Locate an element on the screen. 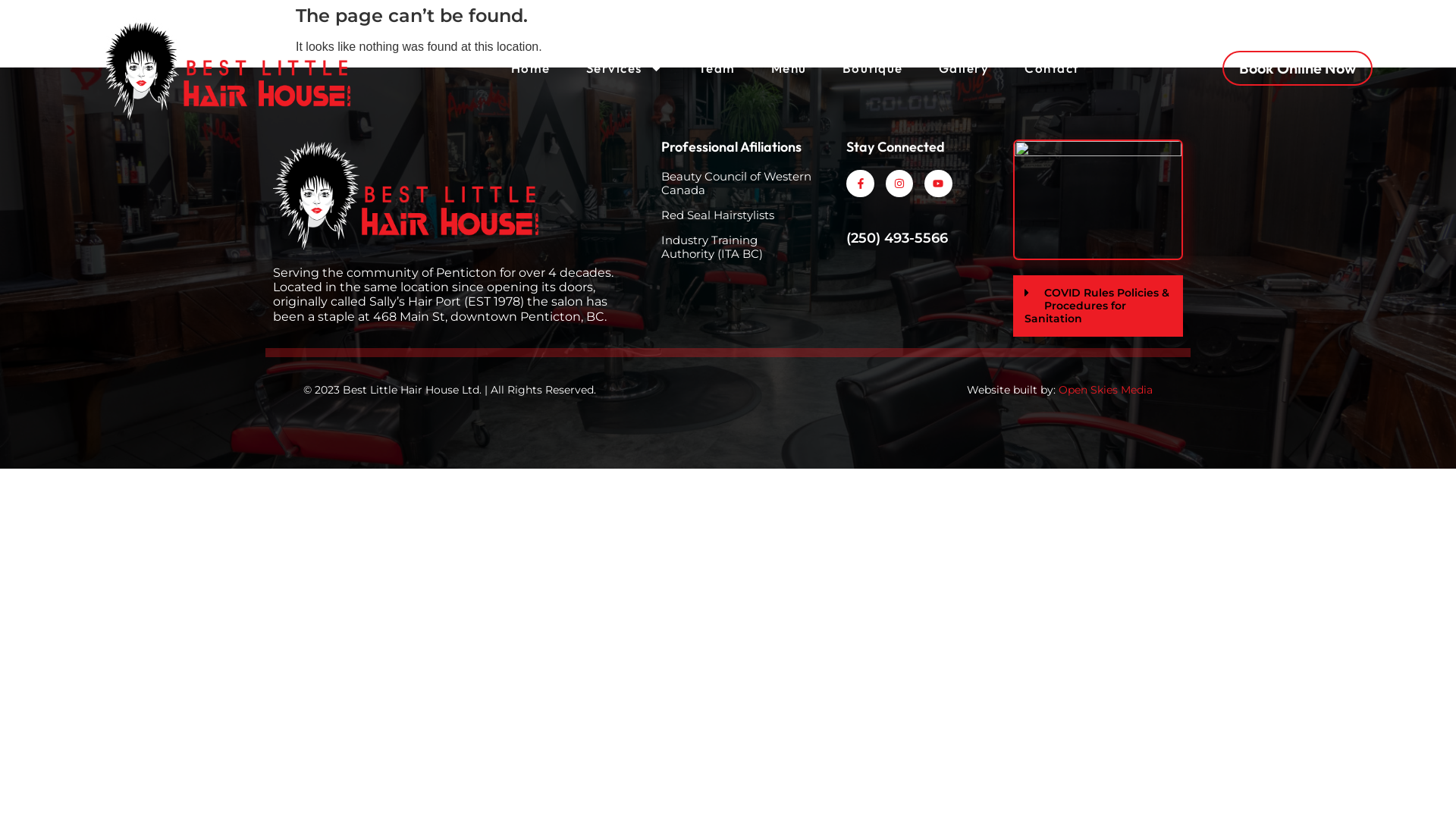  'Book Online Now' is located at coordinates (1296, 67).